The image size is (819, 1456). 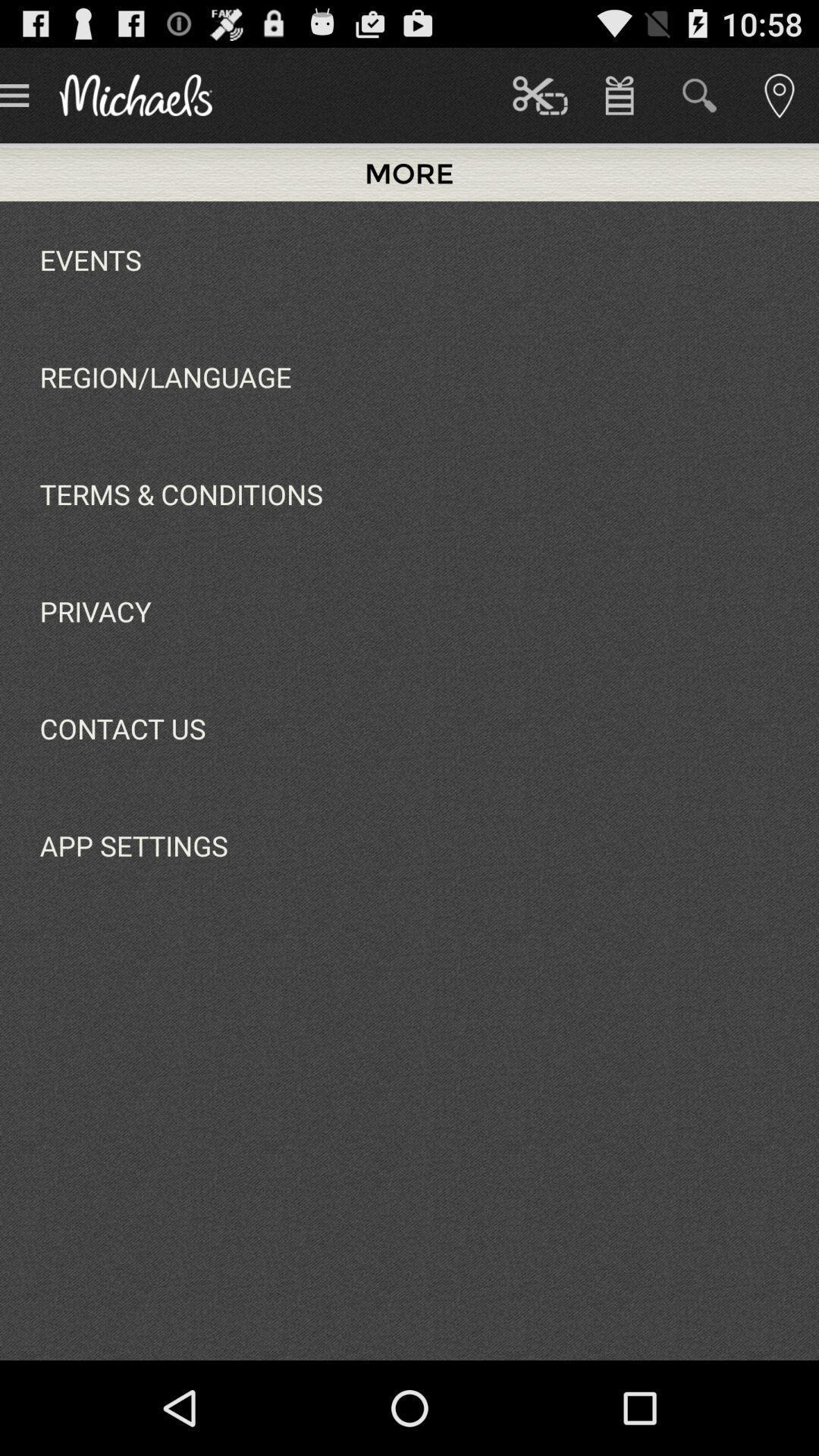 What do you see at coordinates (90, 259) in the screenshot?
I see `events app` at bounding box center [90, 259].